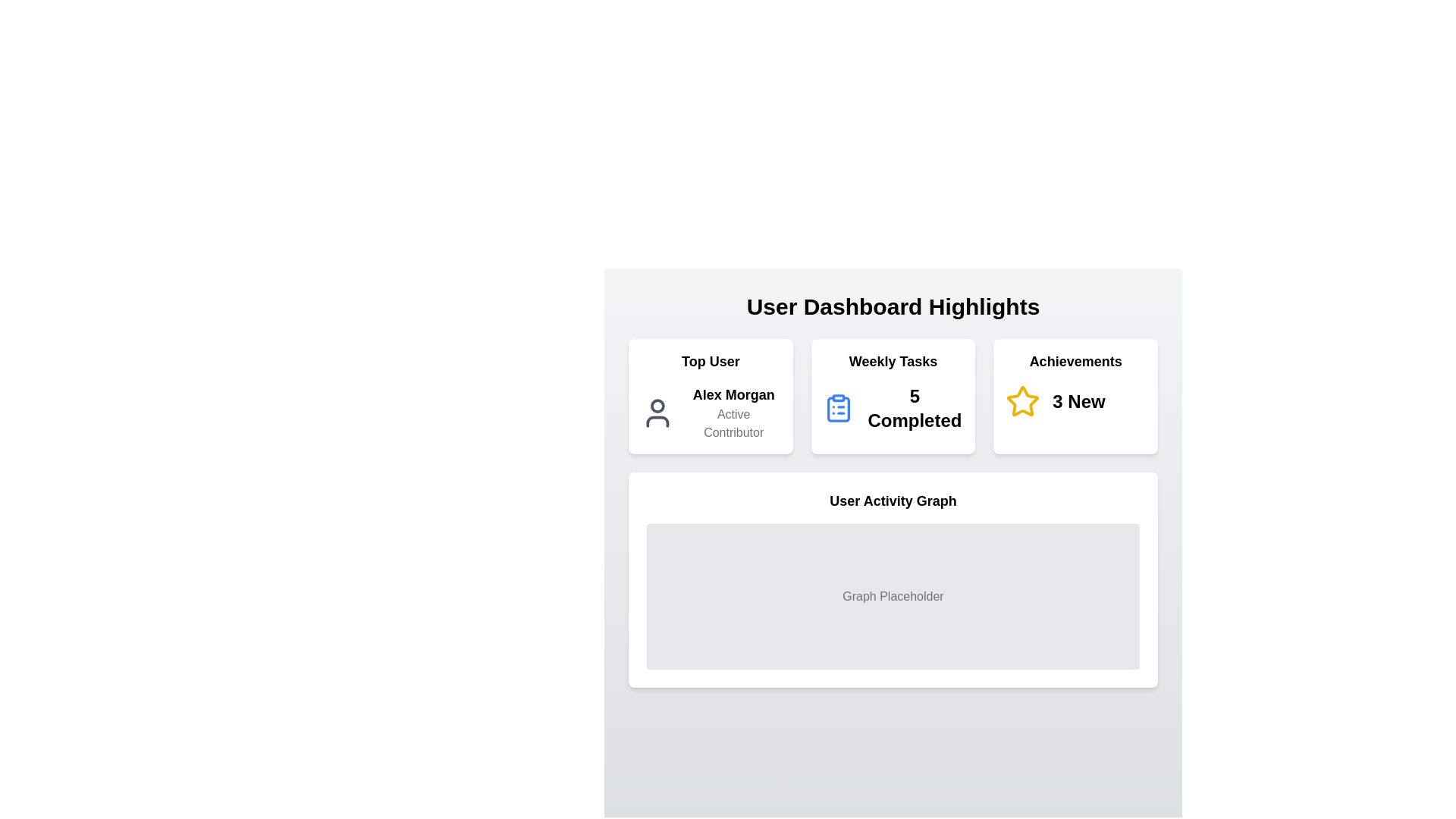  What do you see at coordinates (893, 595) in the screenshot?
I see `the 'Graph Placeholder' component, which is a light gray box with rounded corners displaying the text 'Graph Placeholder', located within the 'User Activity Graph' card` at bounding box center [893, 595].